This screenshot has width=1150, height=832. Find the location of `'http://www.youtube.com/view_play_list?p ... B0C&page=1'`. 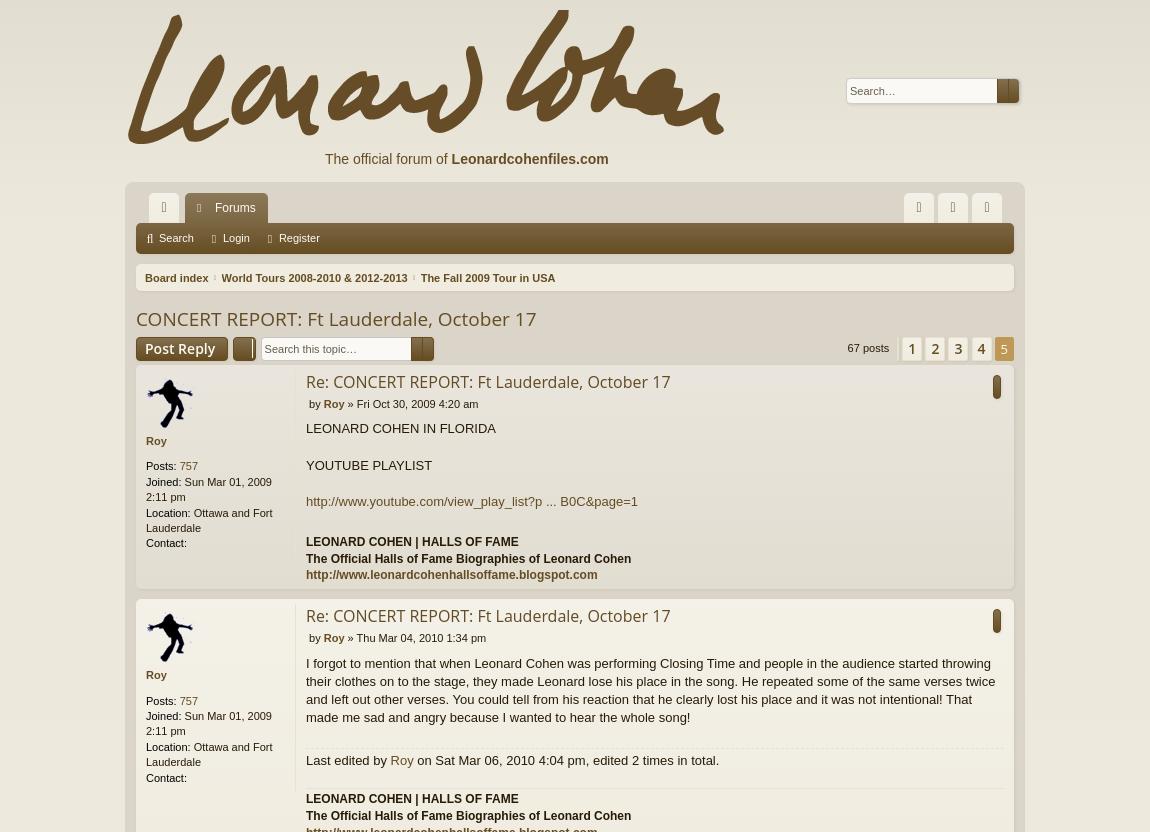

'http://www.youtube.com/view_play_list?p ... B0C&page=1' is located at coordinates (471, 500).